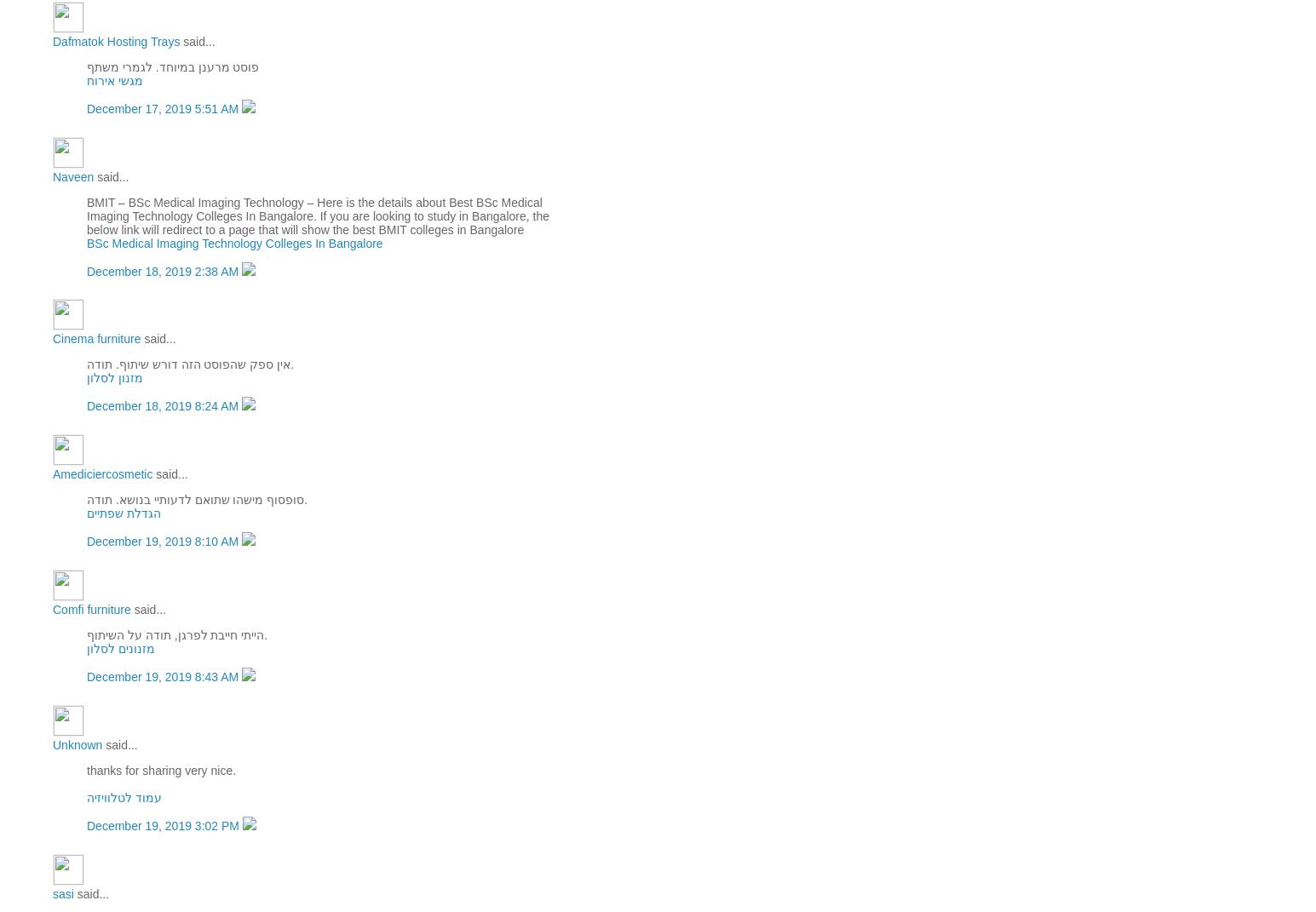 This screenshot has height=912, width=1316. I want to click on 'BMIT – BSc Medical Imaging Technology – Here is the details about Best BSc Medical Imaging Technology Colleges In Bangalore. If you are looking to study in Bangalore, the below link will redirect to a page that will show the best BMIT colleges in Bangalore', so click(316, 215).